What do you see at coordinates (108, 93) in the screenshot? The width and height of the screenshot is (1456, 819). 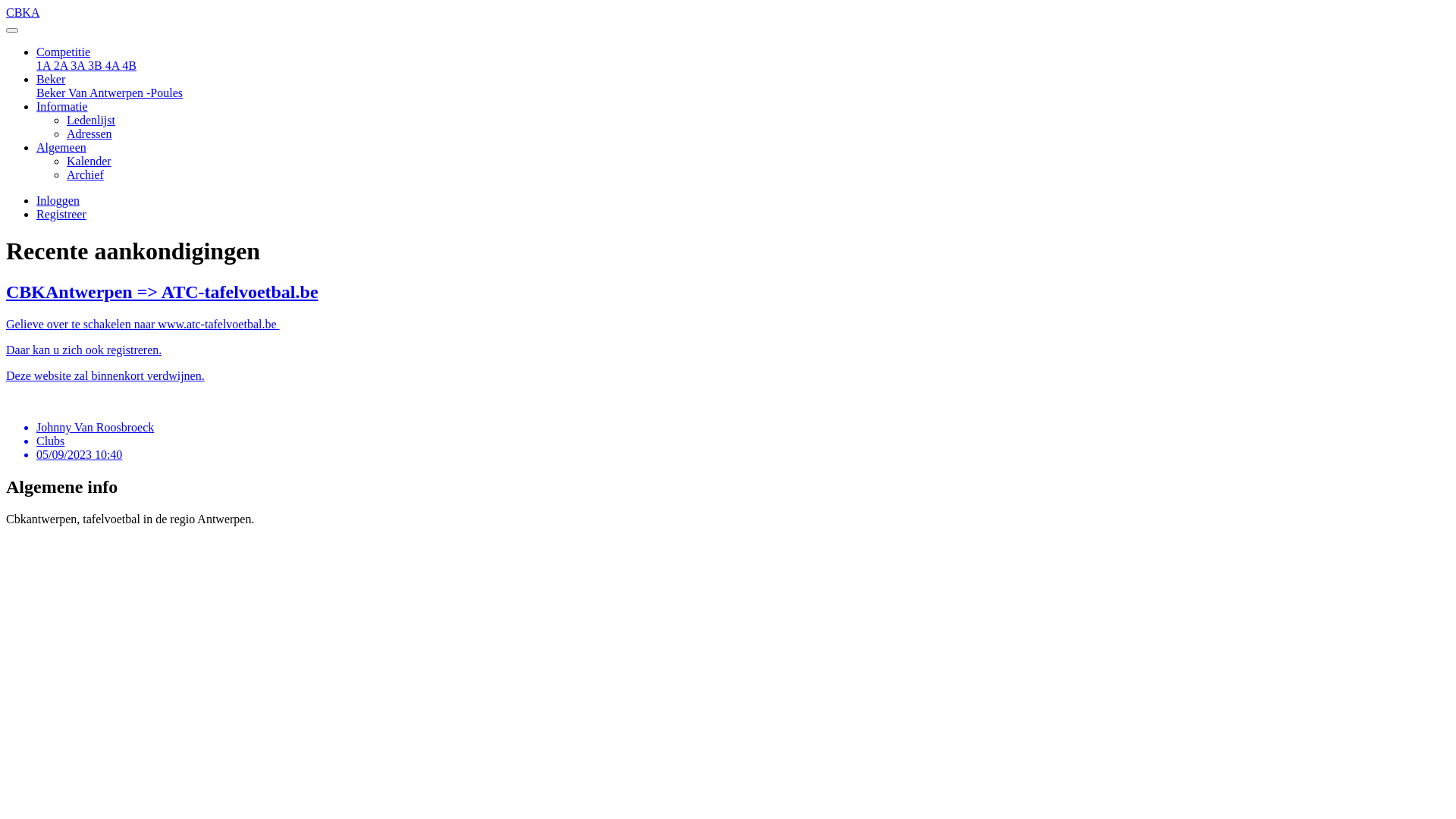 I see `'Beker Van Antwerpen -Poules'` at bounding box center [108, 93].